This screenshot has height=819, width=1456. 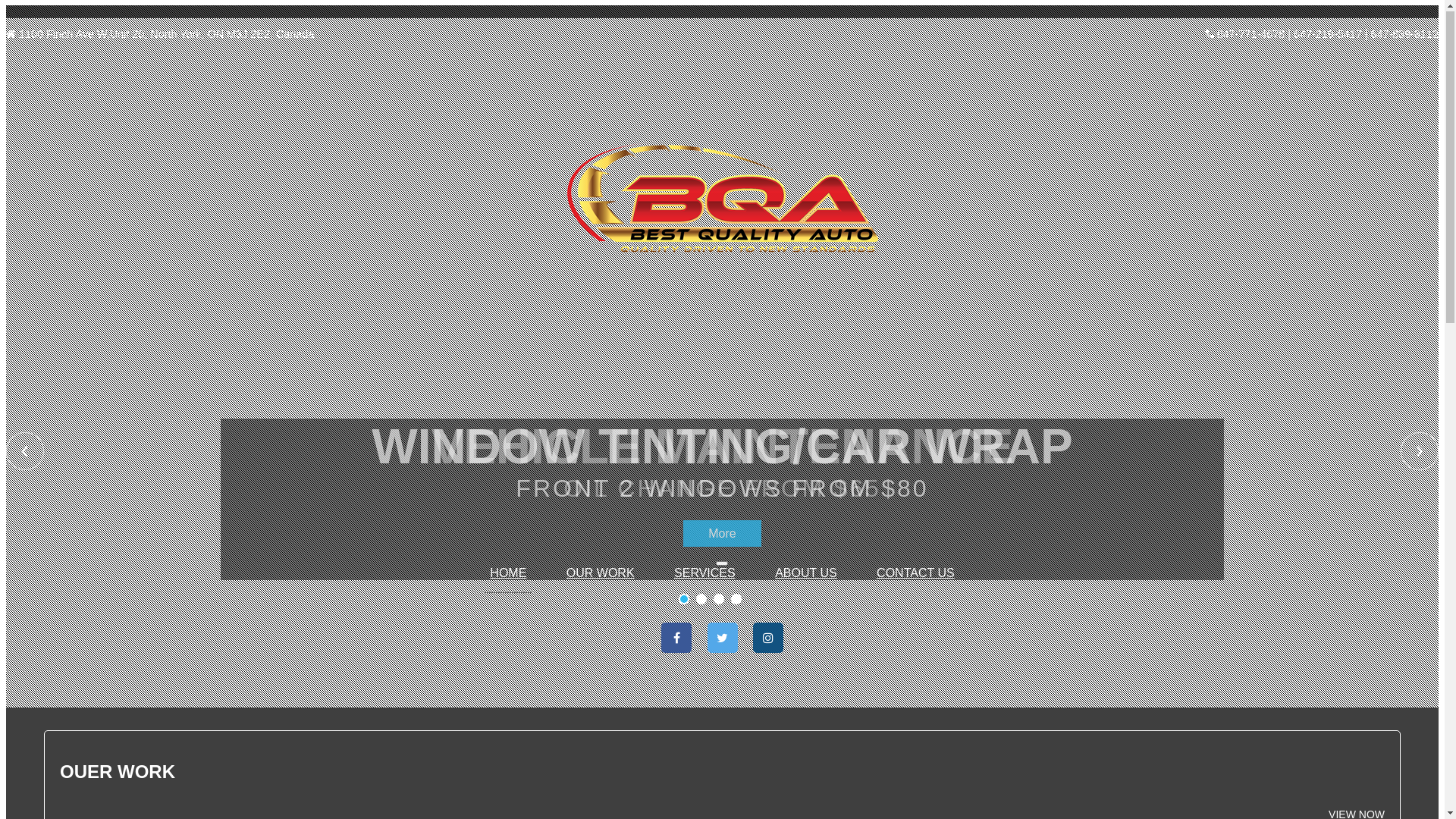 I want to click on 'SERVICES', so click(x=667, y=573).